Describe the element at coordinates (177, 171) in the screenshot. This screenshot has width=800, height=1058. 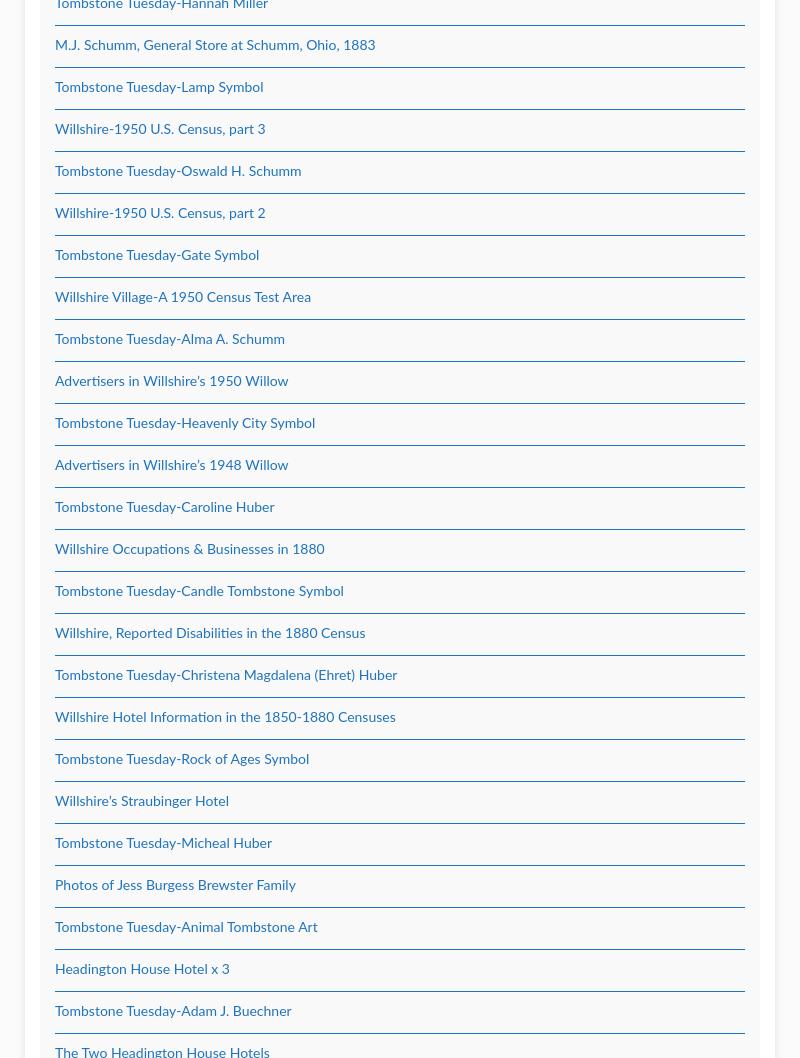
I see `'Tombstone Tuesday-Oswald H. Schumm'` at that location.